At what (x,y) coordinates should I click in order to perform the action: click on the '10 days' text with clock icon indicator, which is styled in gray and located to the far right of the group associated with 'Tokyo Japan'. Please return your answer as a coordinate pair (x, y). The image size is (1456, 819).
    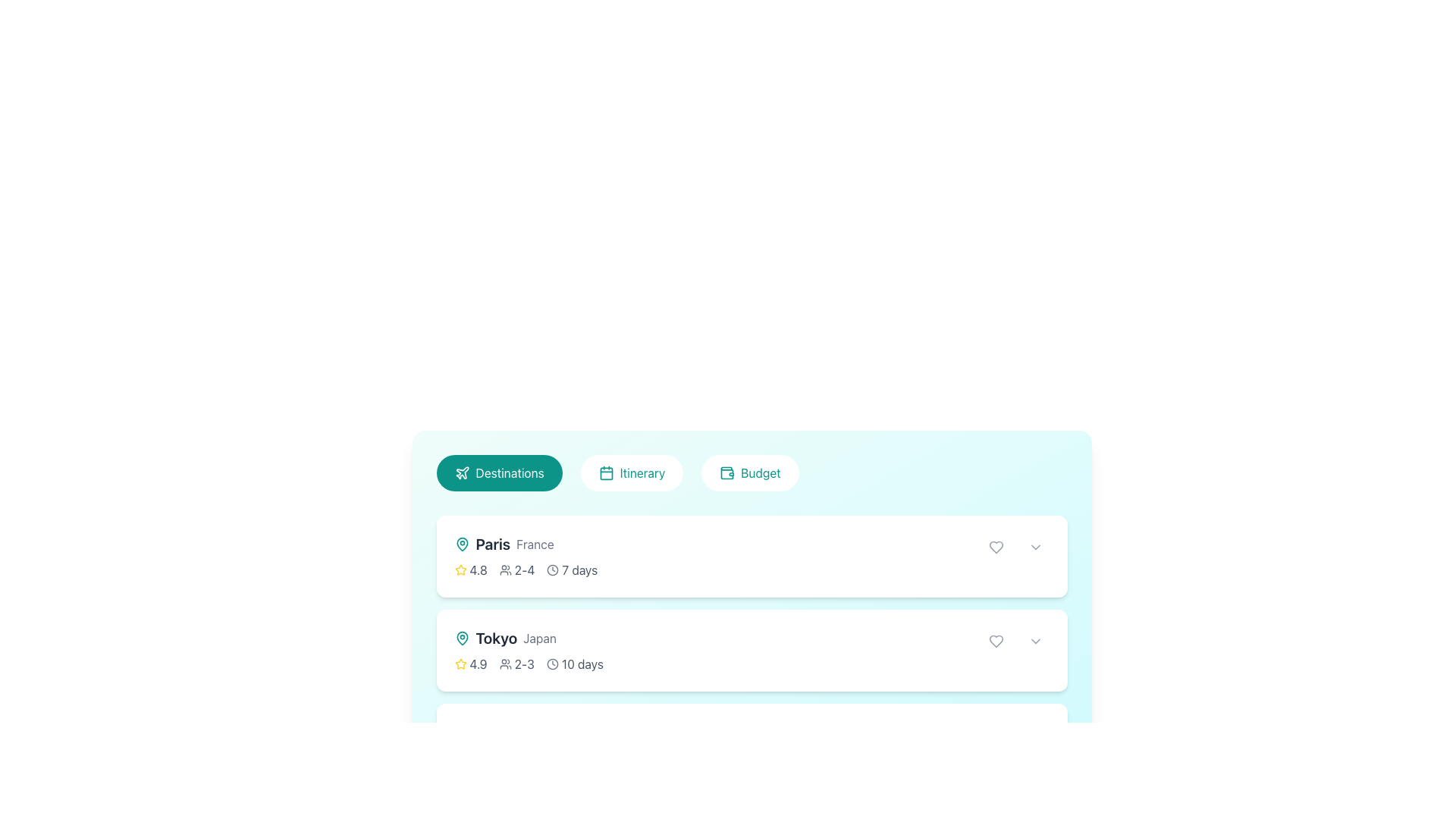
    Looking at the image, I should click on (574, 663).